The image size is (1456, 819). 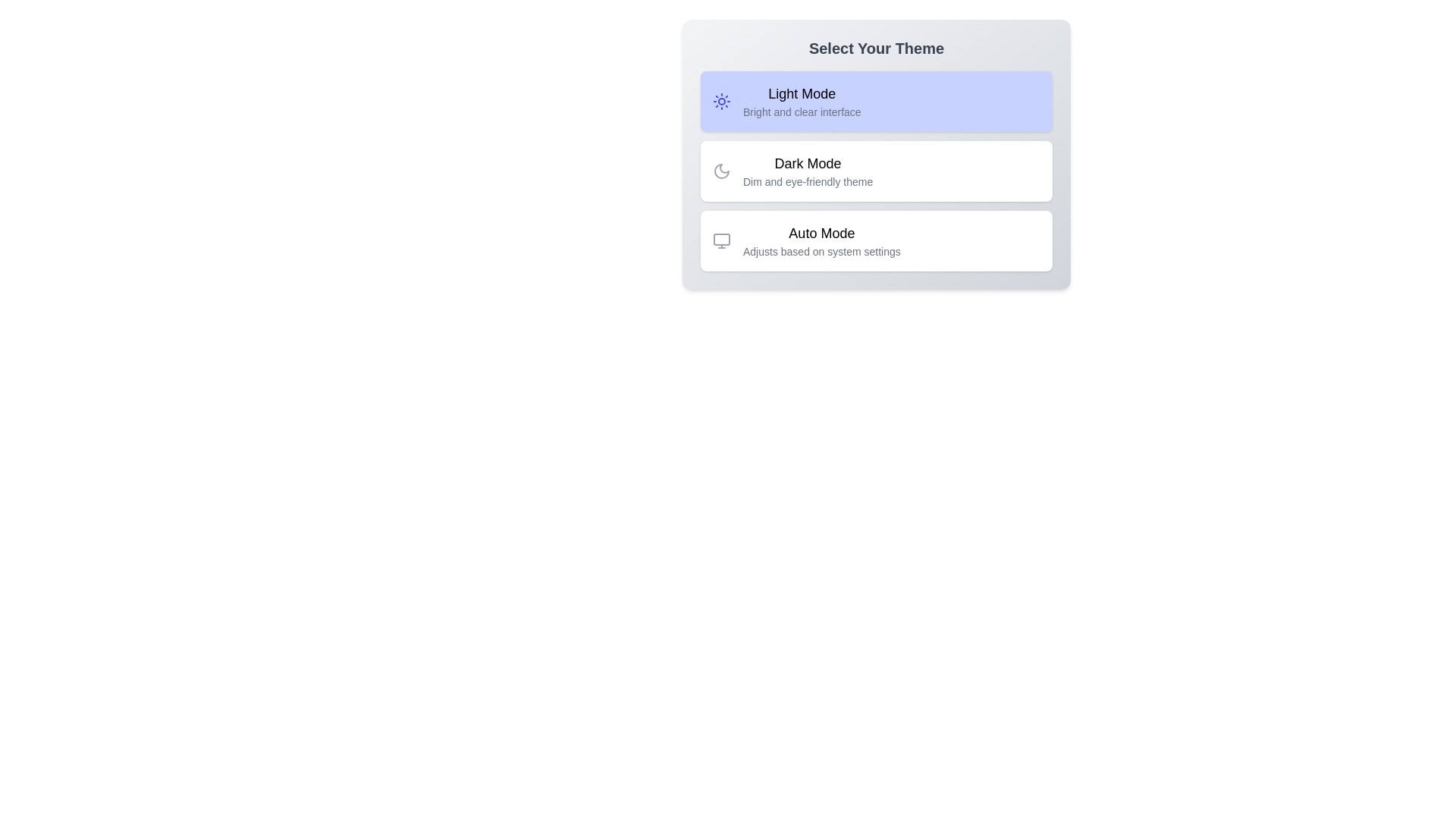 What do you see at coordinates (877, 171) in the screenshot?
I see `the theme card for Dark mode` at bounding box center [877, 171].